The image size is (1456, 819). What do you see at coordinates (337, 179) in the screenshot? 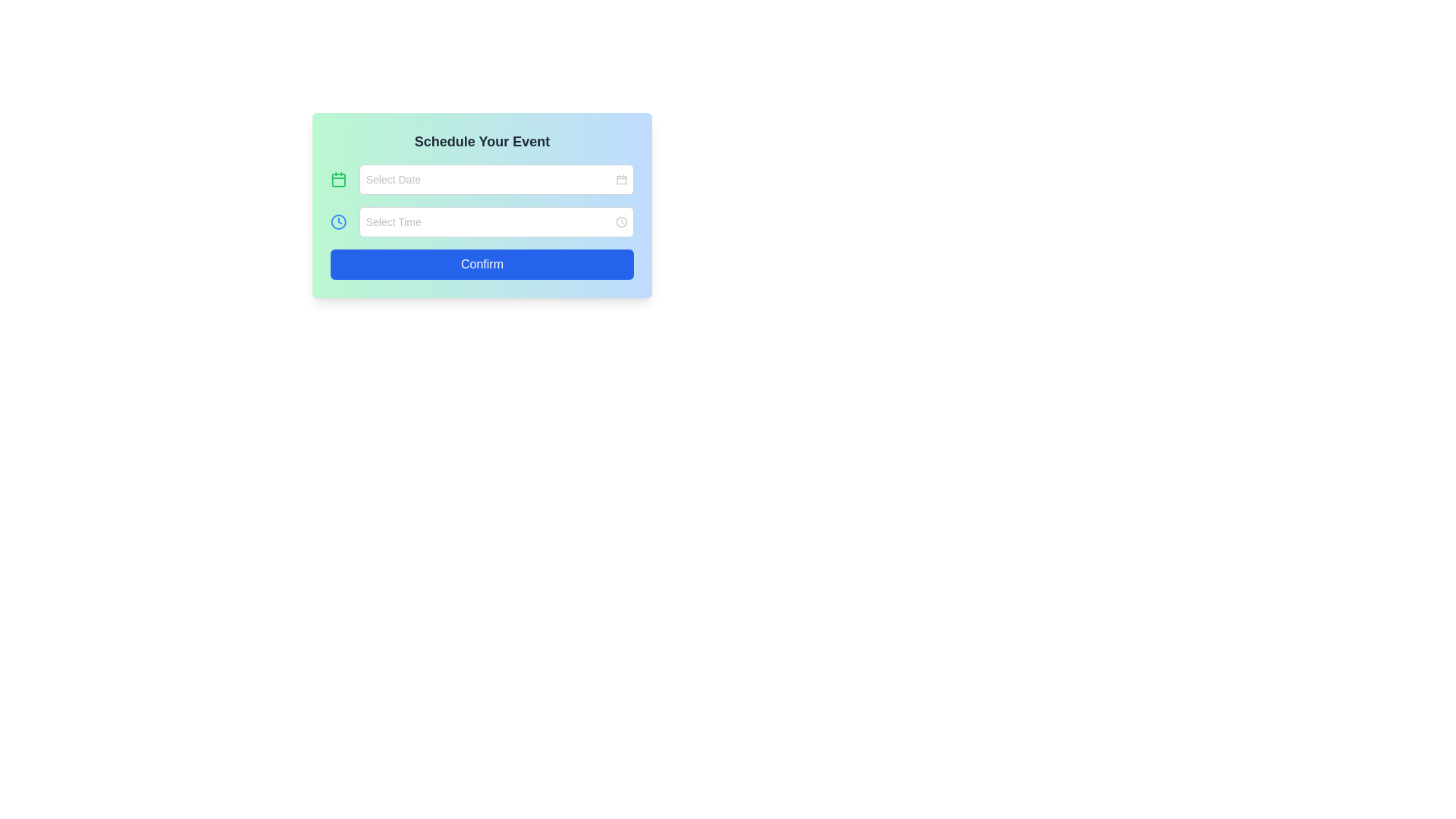
I see `the small rectangle with rounded corners that has a green outline, located inside the calendar icon to the left of the 'Select Date' input field` at bounding box center [337, 179].